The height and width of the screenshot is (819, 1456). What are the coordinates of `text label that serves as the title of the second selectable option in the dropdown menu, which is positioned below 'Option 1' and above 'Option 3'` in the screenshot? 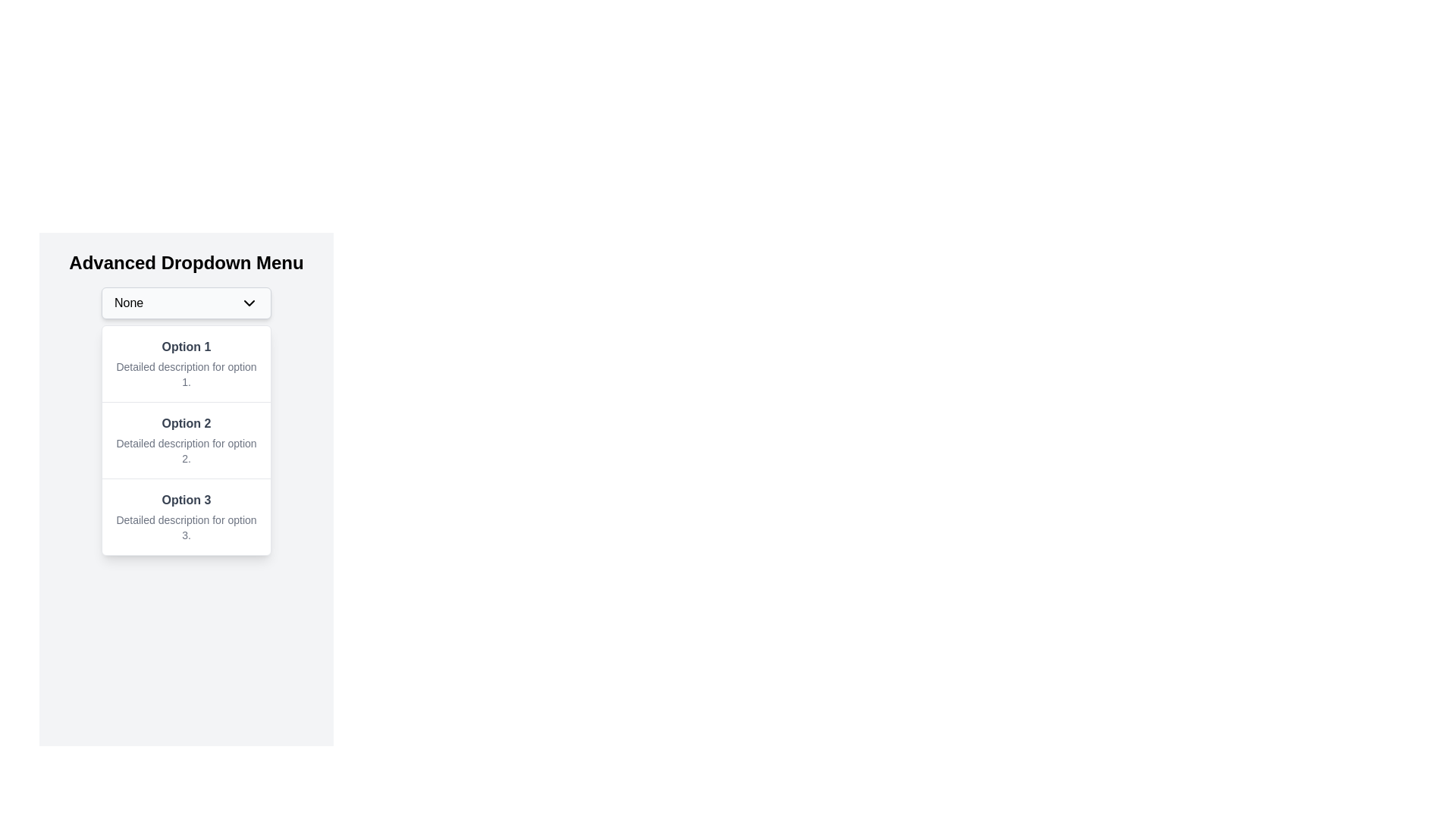 It's located at (185, 424).